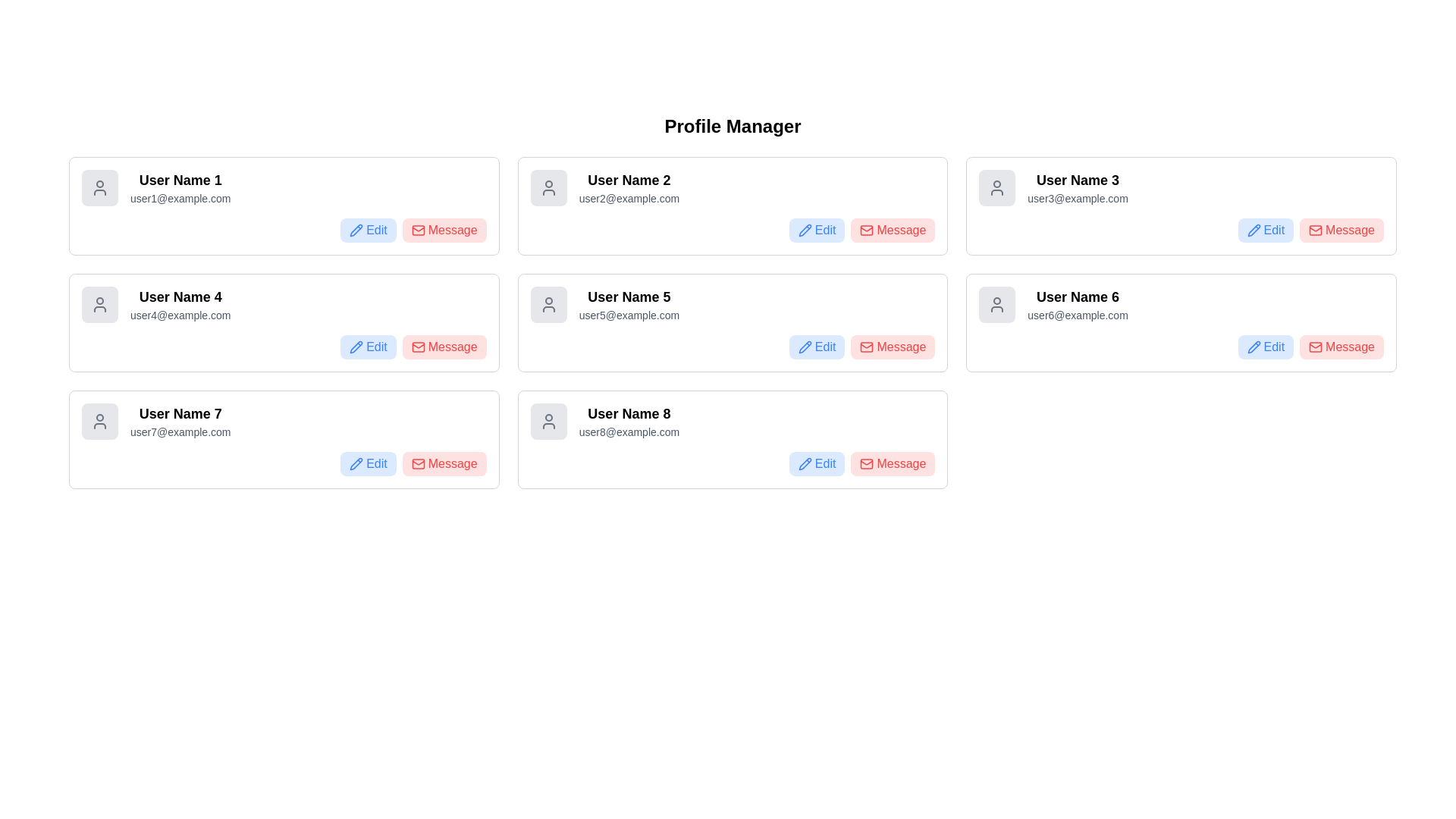  Describe the element at coordinates (418, 347) in the screenshot. I see `the envelope icon, which is part of the 'Message' button` at that location.